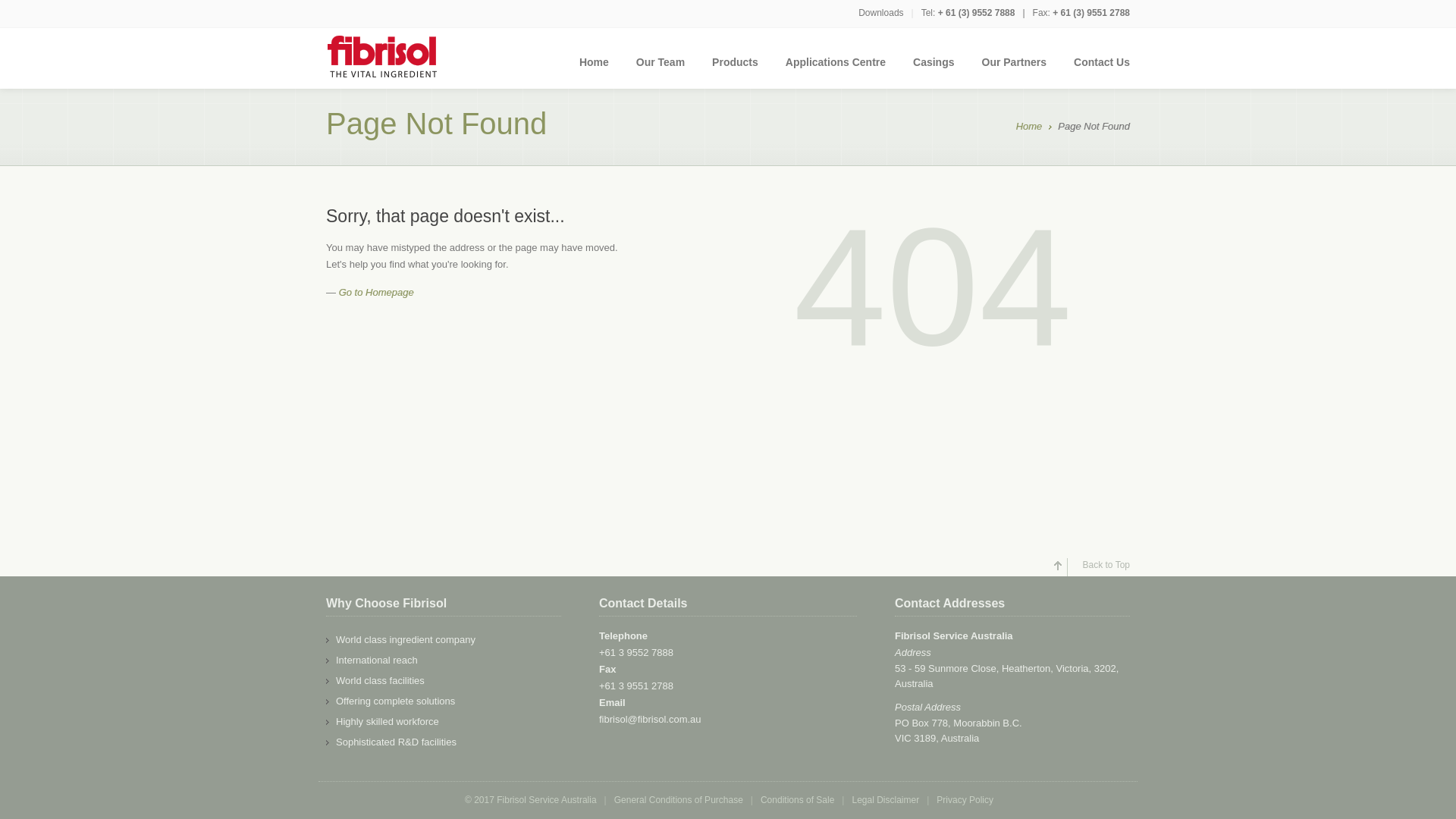 Image resolution: width=1456 pixels, height=819 pixels. What do you see at coordinates (932, 70) in the screenshot?
I see `'Casings'` at bounding box center [932, 70].